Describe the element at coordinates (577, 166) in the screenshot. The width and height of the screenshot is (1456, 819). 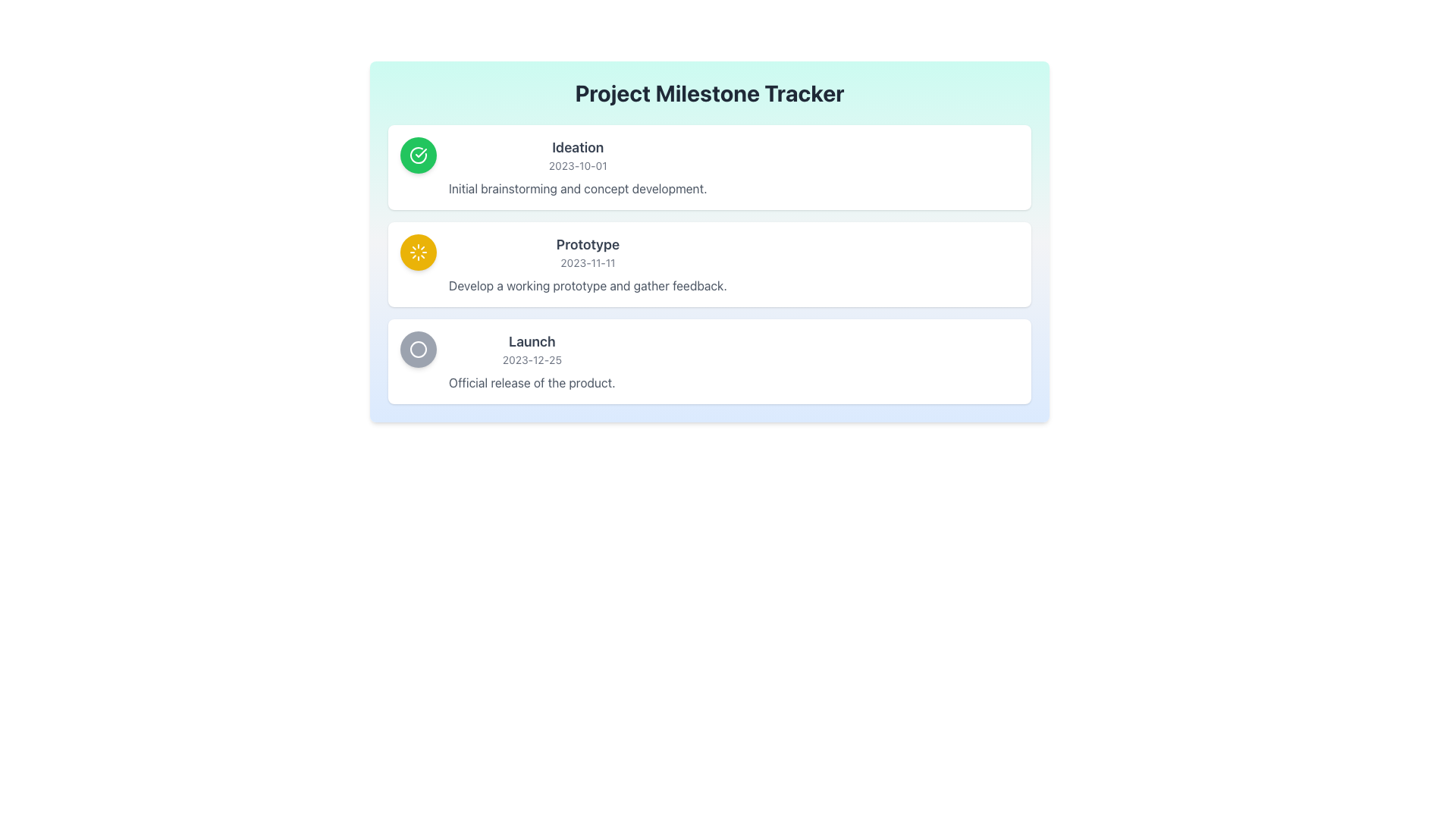
I see `date information from the text label located centrally below the 'Ideation' title and above the descriptive text` at that location.